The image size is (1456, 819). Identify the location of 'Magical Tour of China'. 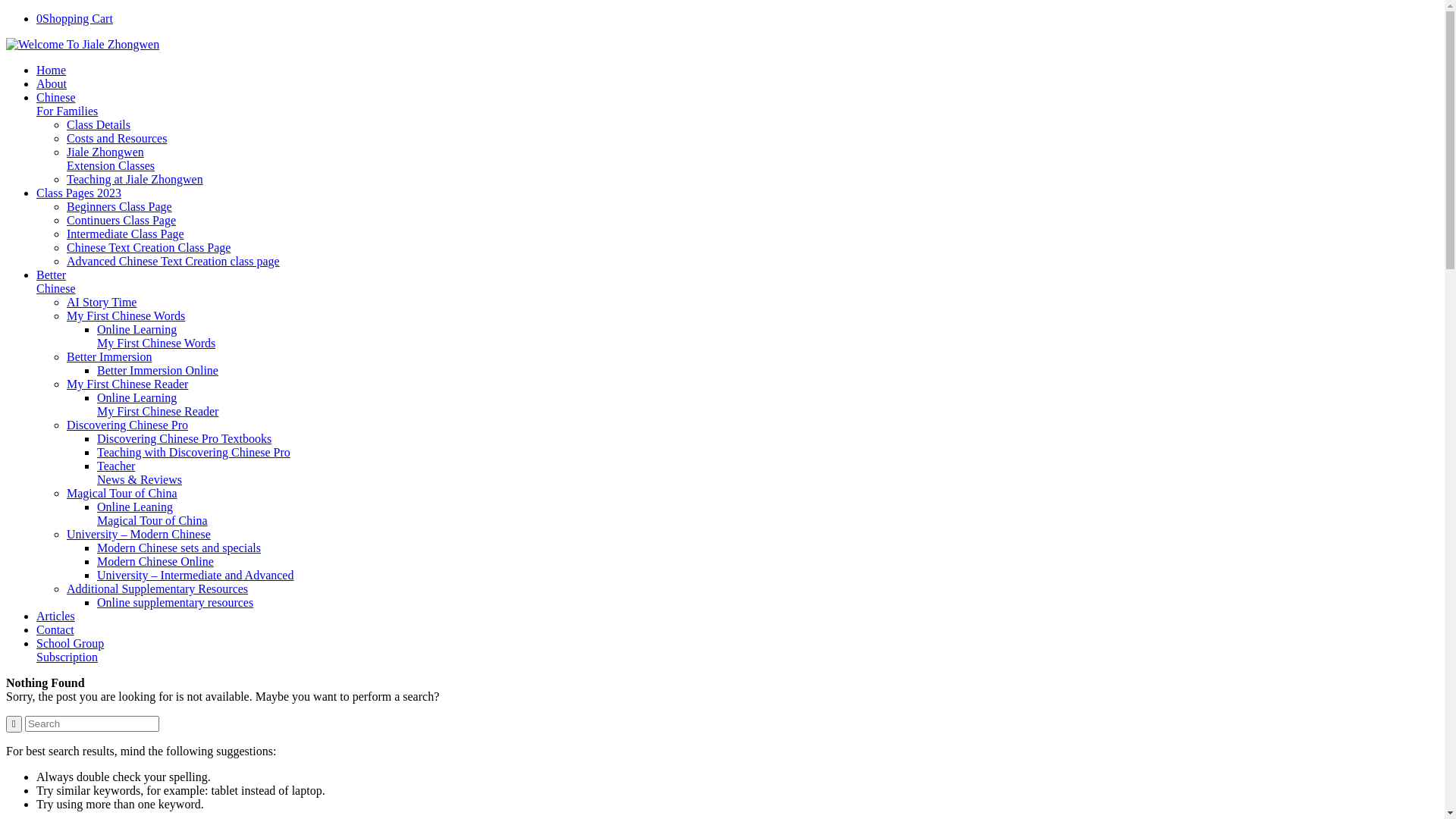
(122, 493).